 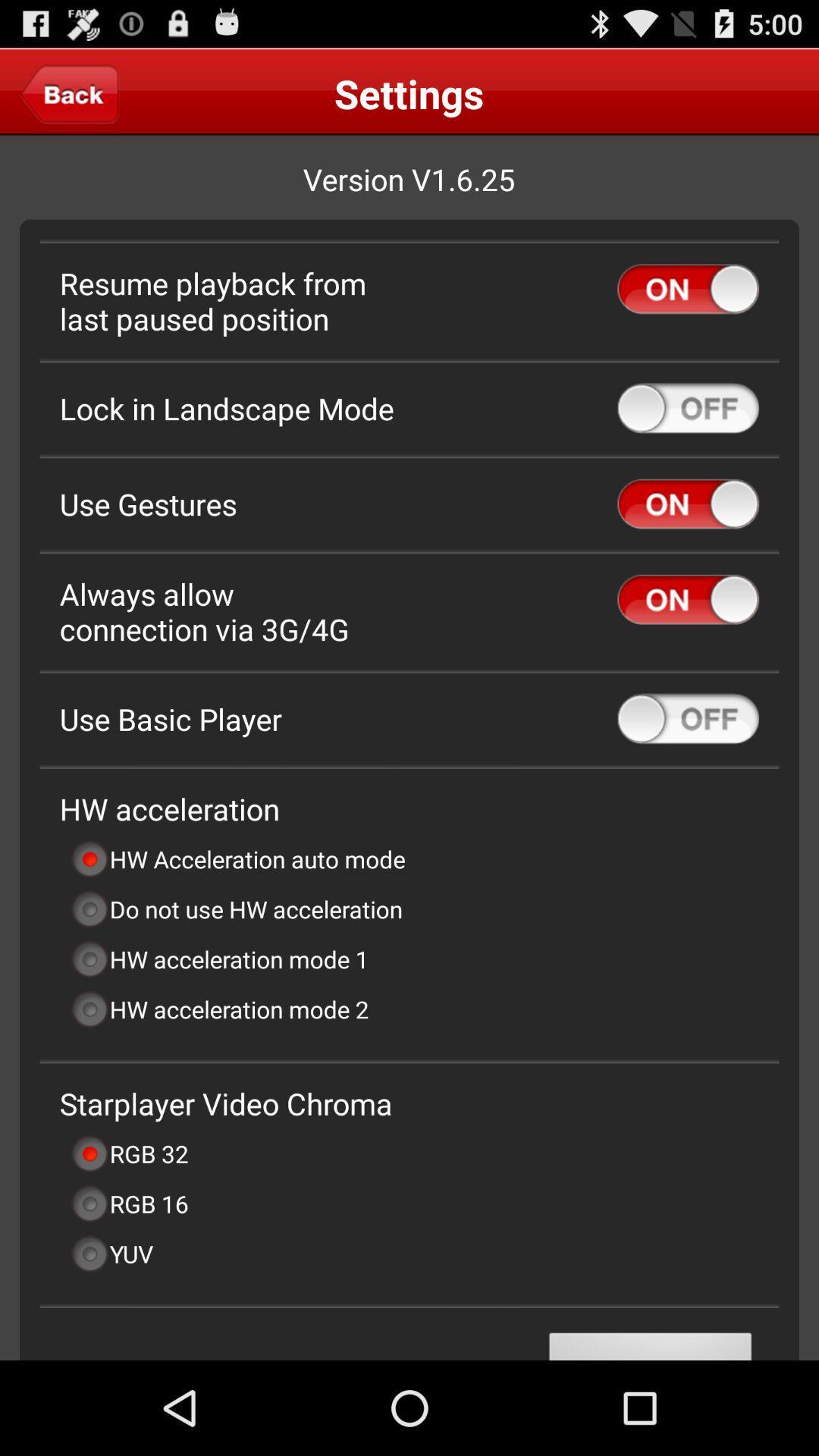 I want to click on lock in landscape mode, so click(x=688, y=408).